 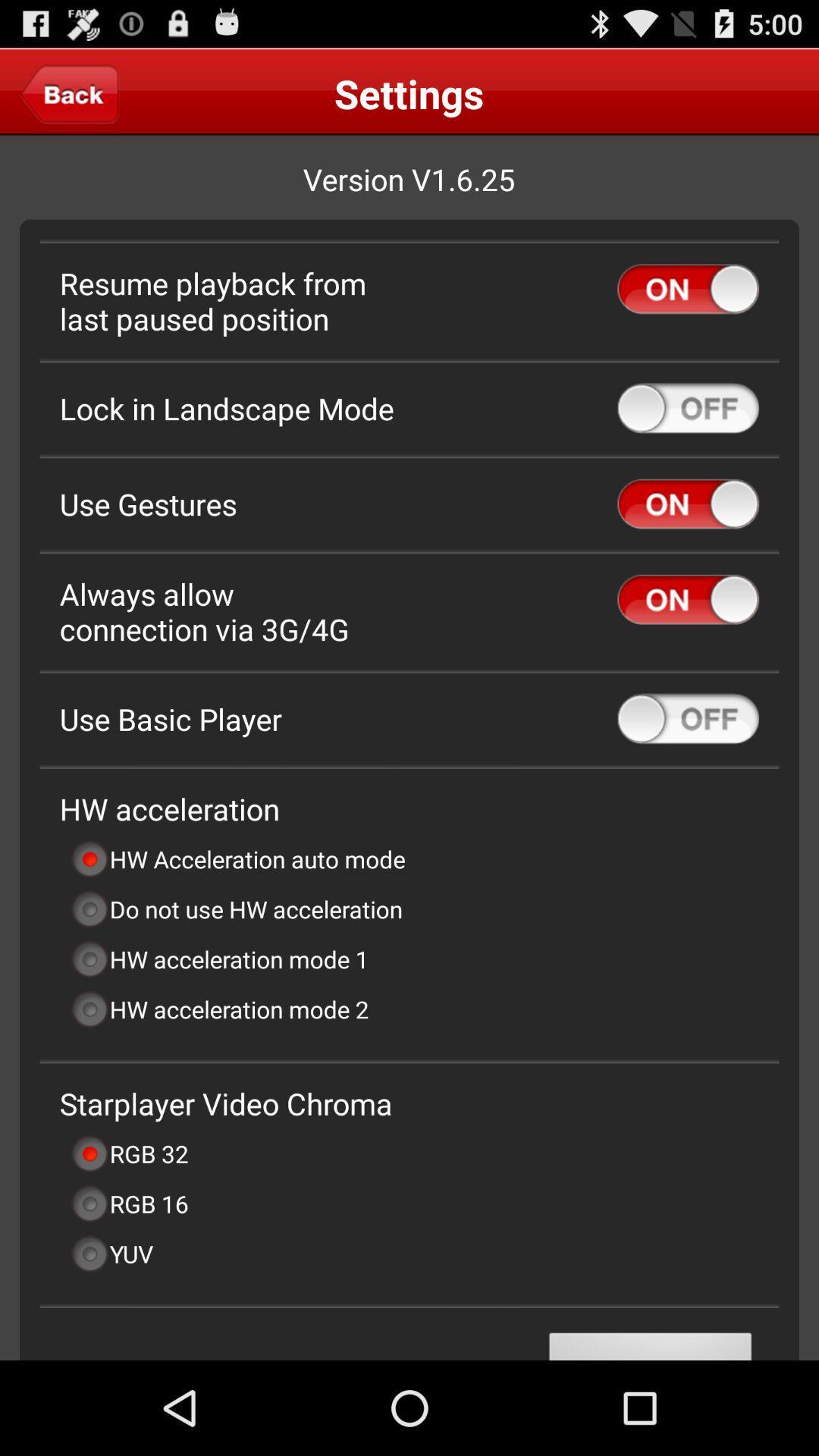 I want to click on lock in landscape mode, so click(x=688, y=408).